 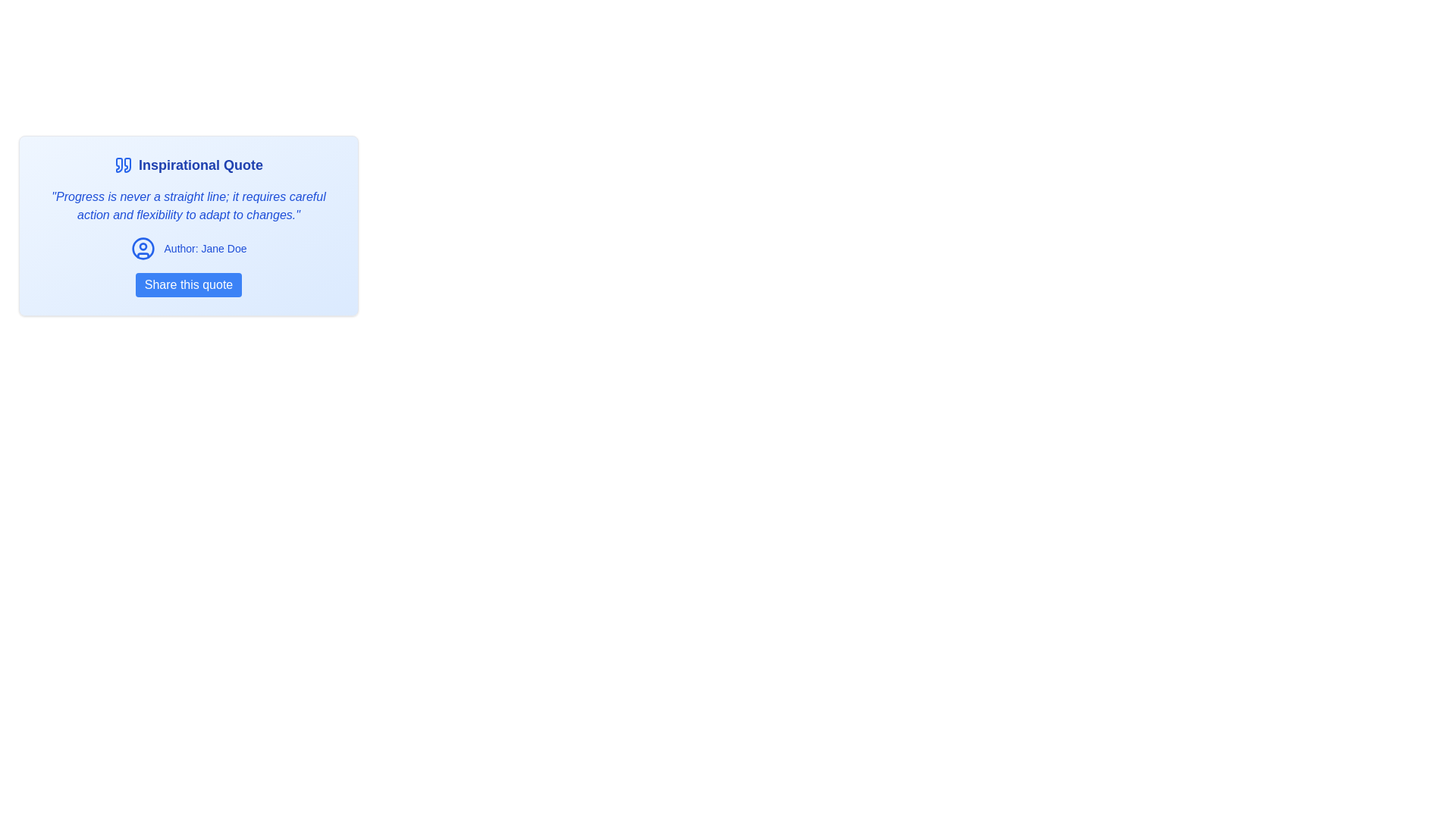 What do you see at coordinates (188, 284) in the screenshot?
I see `the share button located at the bottom of the card layout, centered below the 'Author: Jane Doe' text` at bounding box center [188, 284].